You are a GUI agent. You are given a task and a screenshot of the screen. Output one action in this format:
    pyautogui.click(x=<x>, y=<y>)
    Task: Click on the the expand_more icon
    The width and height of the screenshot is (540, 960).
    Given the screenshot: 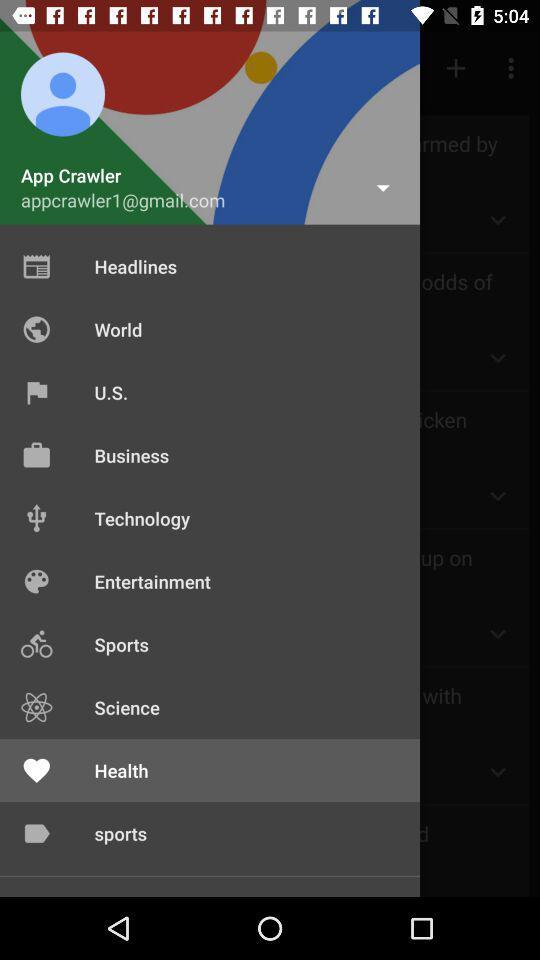 What is the action you would take?
    pyautogui.click(x=496, y=771)
    